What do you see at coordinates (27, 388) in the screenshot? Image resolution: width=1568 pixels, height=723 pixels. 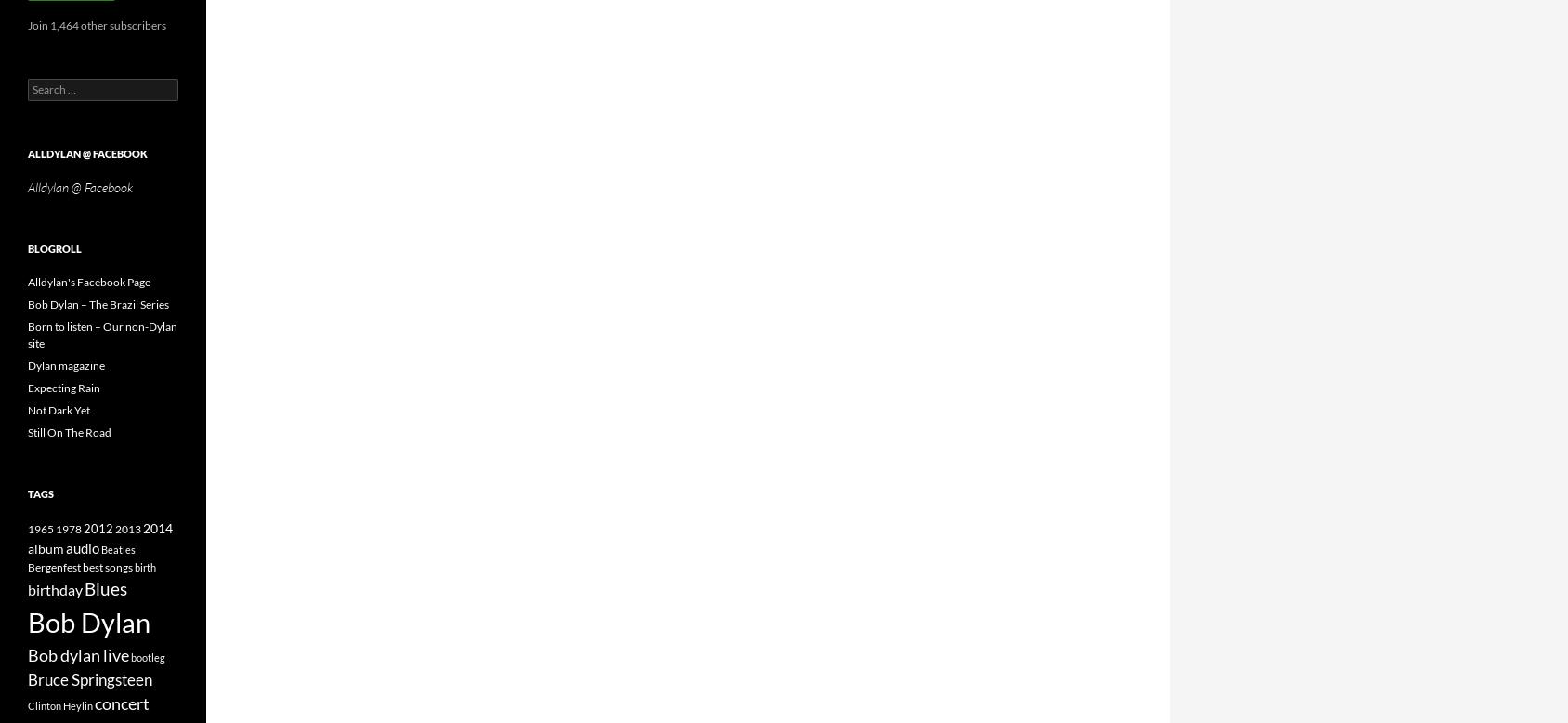 I see `'Expecting Rain'` at bounding box center [27, 388].